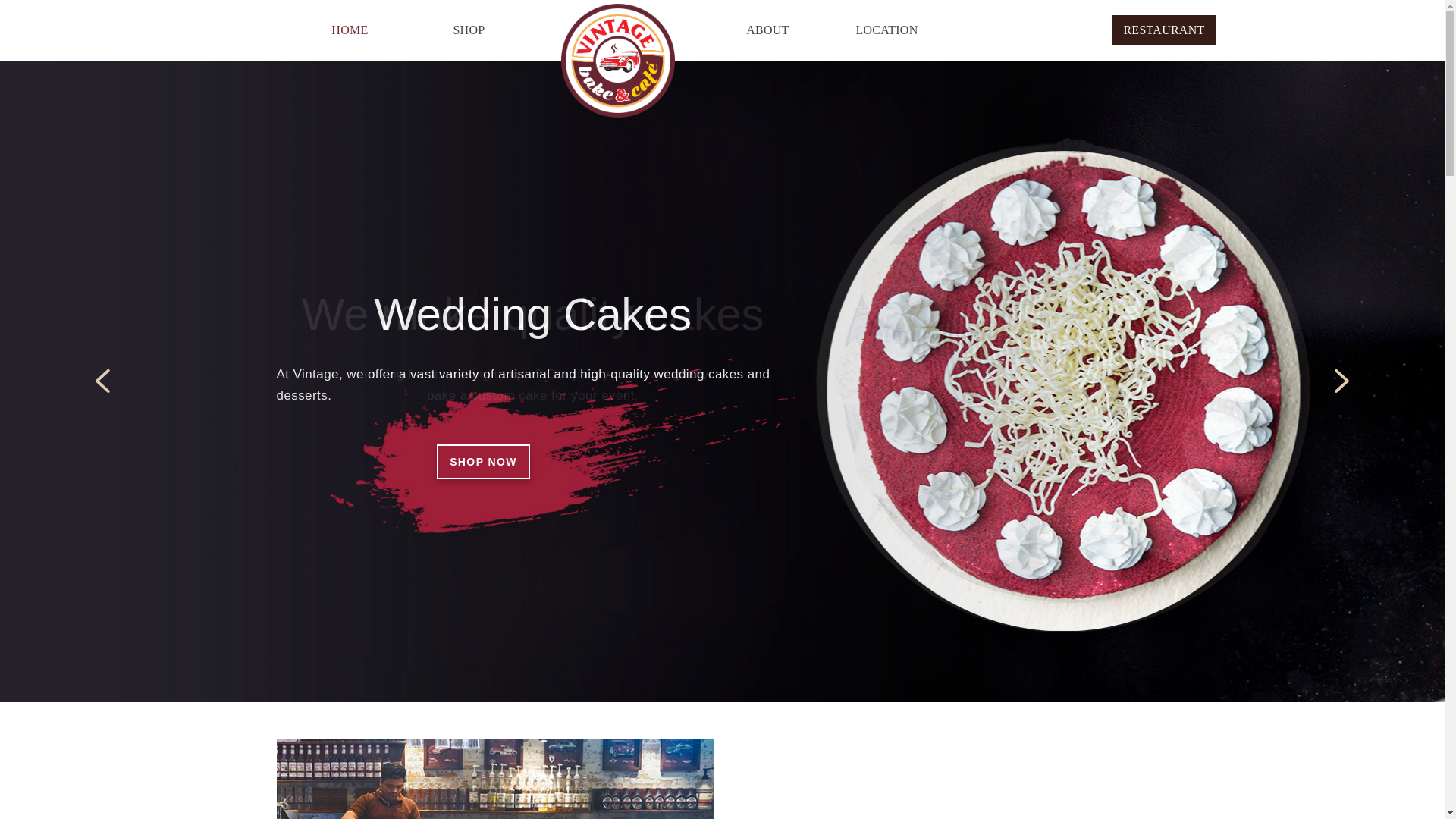  What do you see at coordinates (855, 30) in the screenshot?
I see `'LOCATION'` at bounding box center [855, 30].